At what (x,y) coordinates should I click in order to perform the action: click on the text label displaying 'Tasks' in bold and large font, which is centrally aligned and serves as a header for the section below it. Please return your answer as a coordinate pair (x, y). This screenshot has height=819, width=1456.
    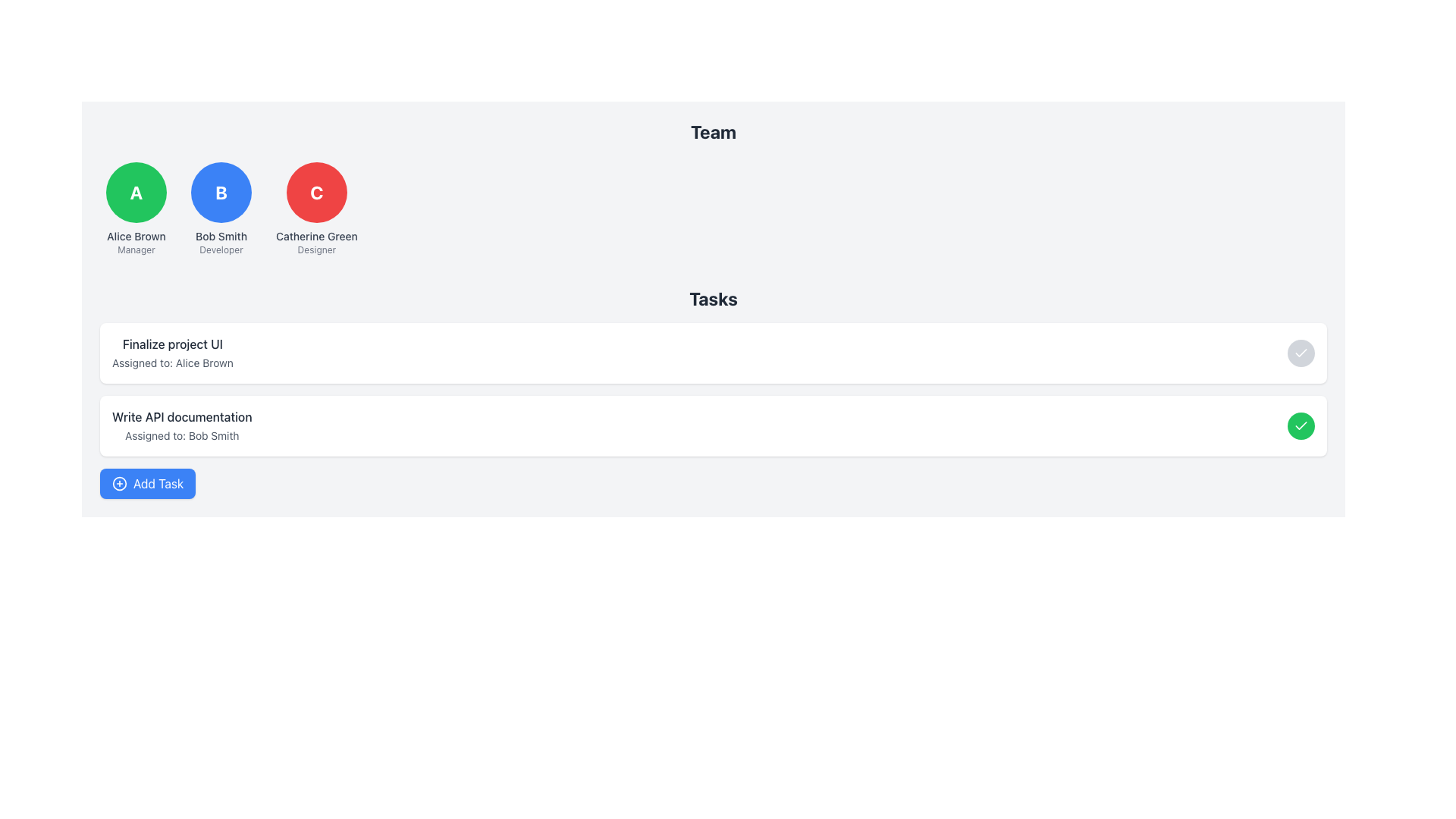
    Looking at the image, I should click on (712, 298).